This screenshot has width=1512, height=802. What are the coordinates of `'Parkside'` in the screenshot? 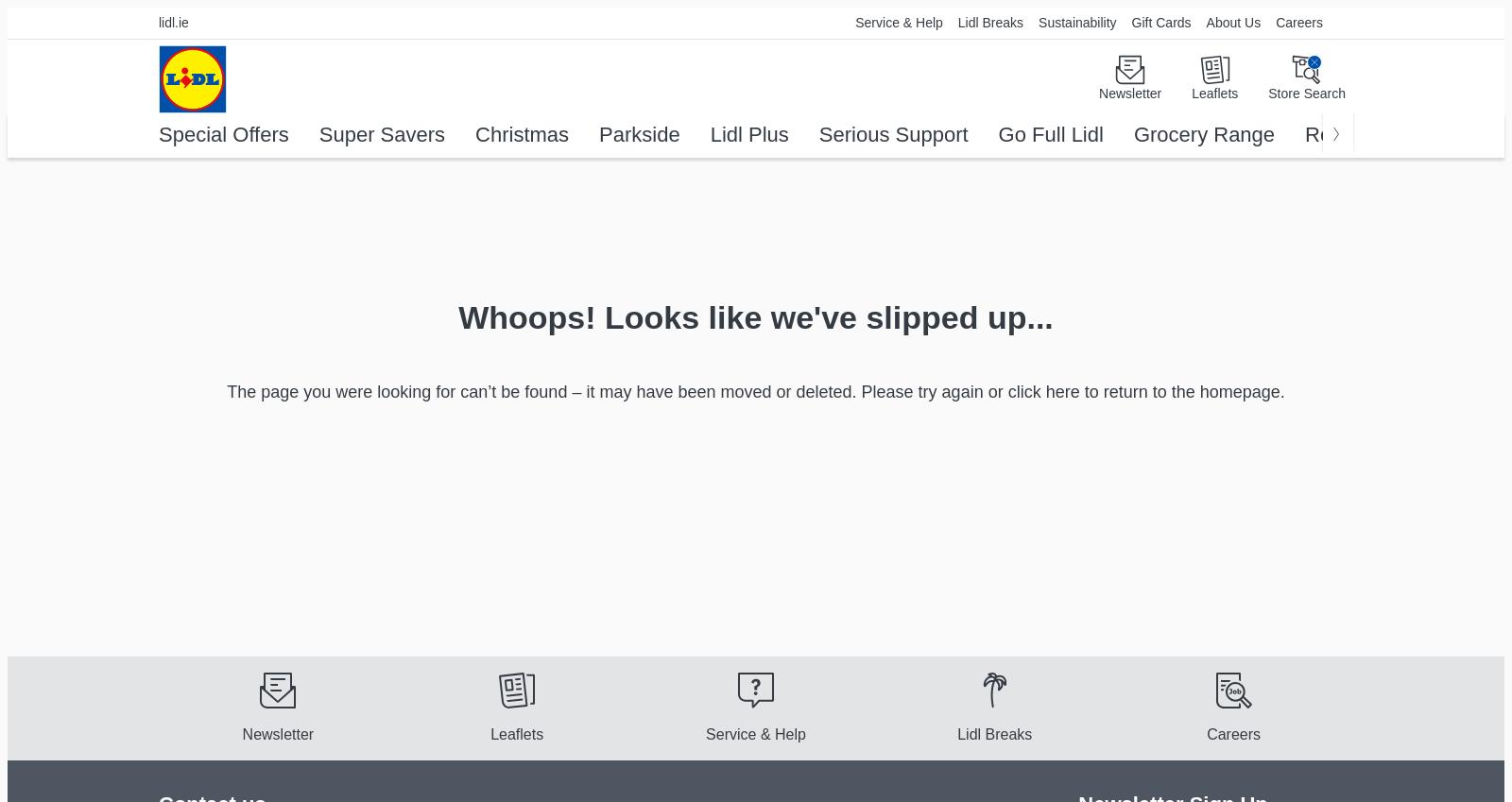 It's located at (639, 134).